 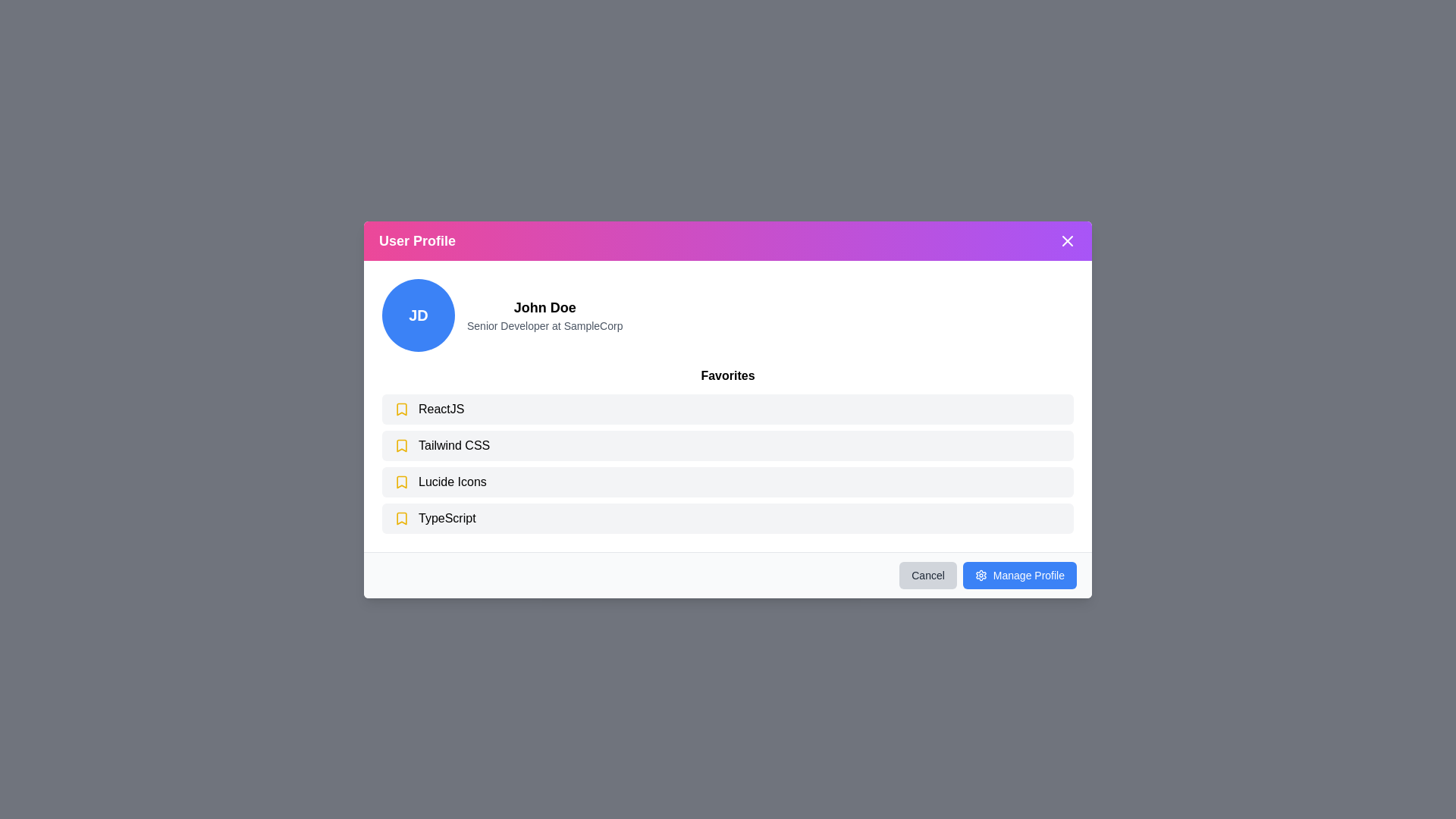 I want to click on the X-close icon located in the top-right corner of the modal dialog beside the 'User Profile' title to potentially display a tooltip, so click(x=1066, y=240).